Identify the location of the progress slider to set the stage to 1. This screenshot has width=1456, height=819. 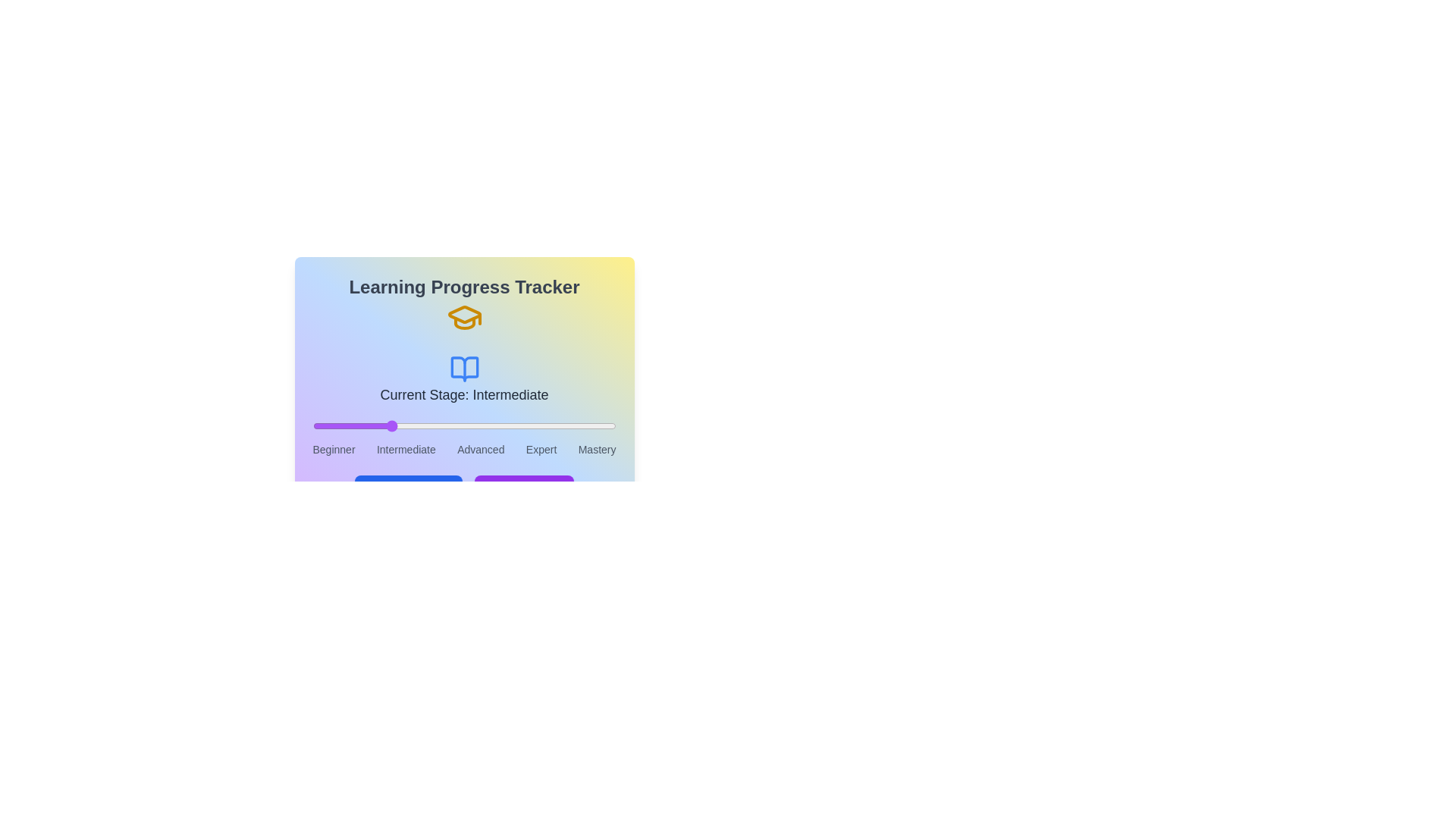
(388, 426).